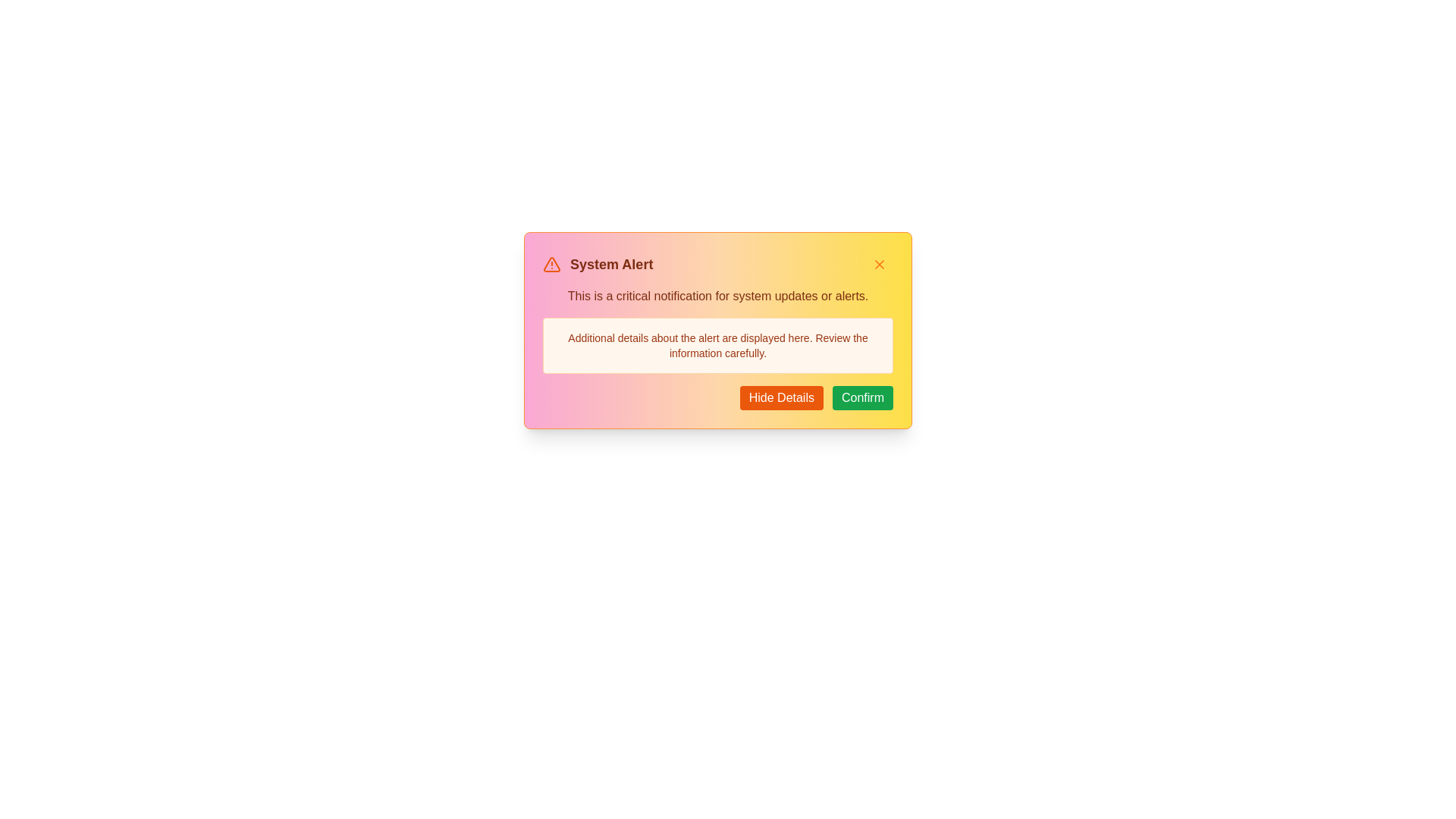 The width and height of the screenshot is (1456, 819). What do you see at coordinates (862, 397) in the screenshot?
I see `the Confirm button to acknowledge the alert` at bounding box center [862, 397].